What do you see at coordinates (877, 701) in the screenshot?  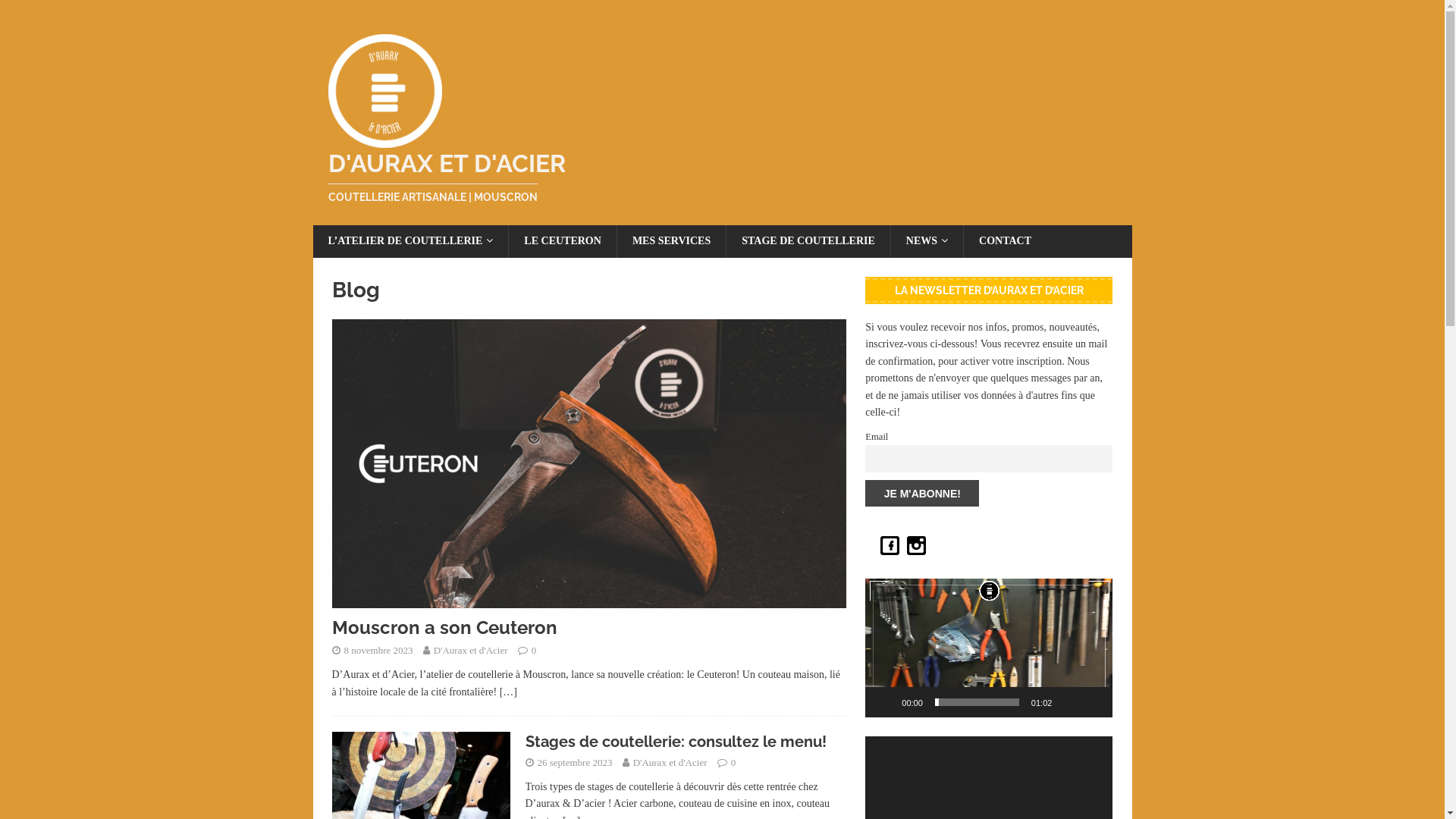 I see `'Lecture'` at bounding box center [877, 701].